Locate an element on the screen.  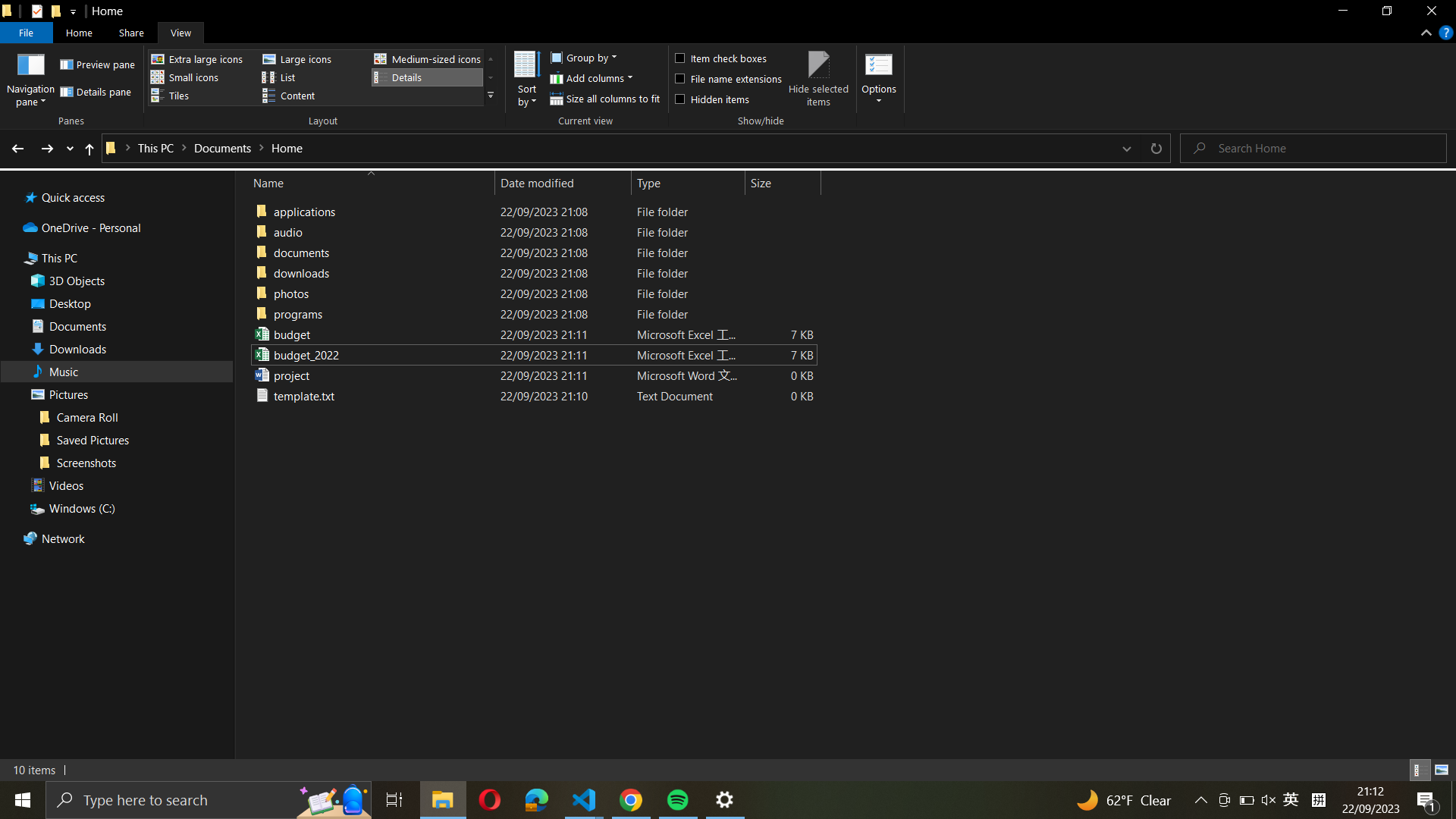
the "budget_excel_file" name to "budget_2021_excel_file is located at coordinates (531, 333).